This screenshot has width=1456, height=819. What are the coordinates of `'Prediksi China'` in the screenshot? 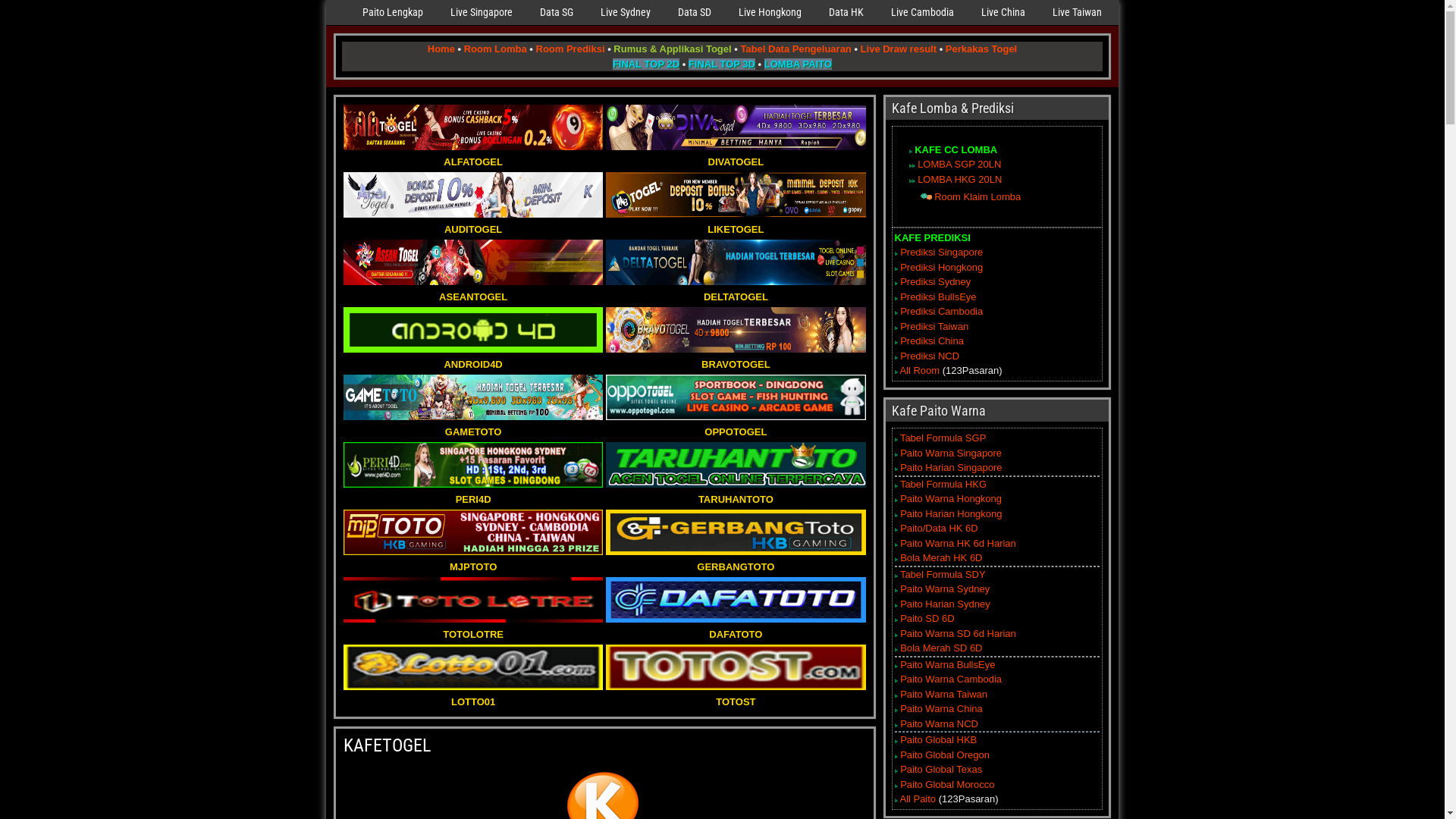 It's located at (899, 340).